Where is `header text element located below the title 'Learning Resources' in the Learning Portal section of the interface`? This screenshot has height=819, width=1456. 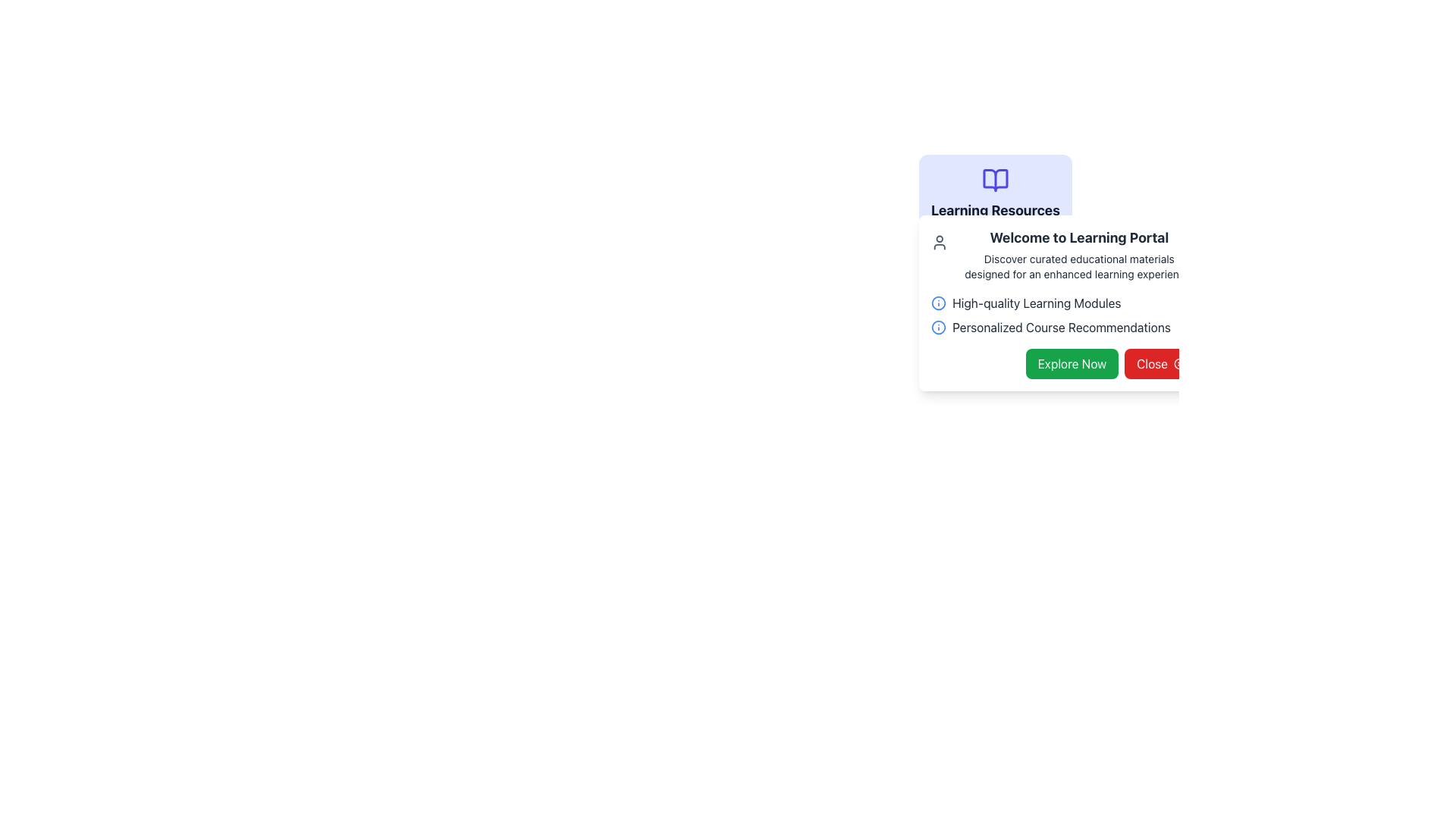
header text element located below the title 'Learning Resources' in the Learning Portal section of the interface is located at coordinates (1078, 237).